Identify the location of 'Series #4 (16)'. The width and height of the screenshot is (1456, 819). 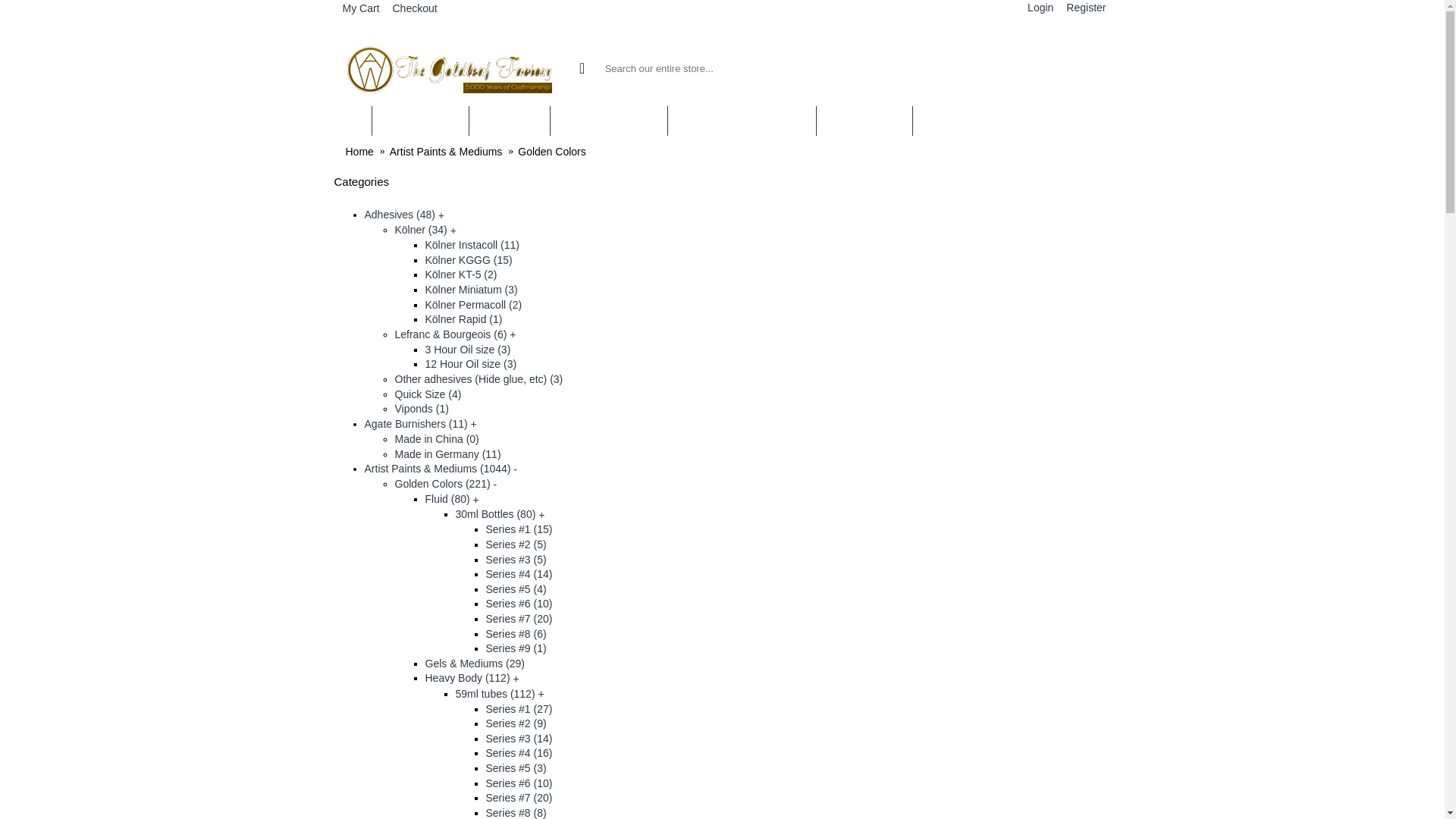
(518, 752).